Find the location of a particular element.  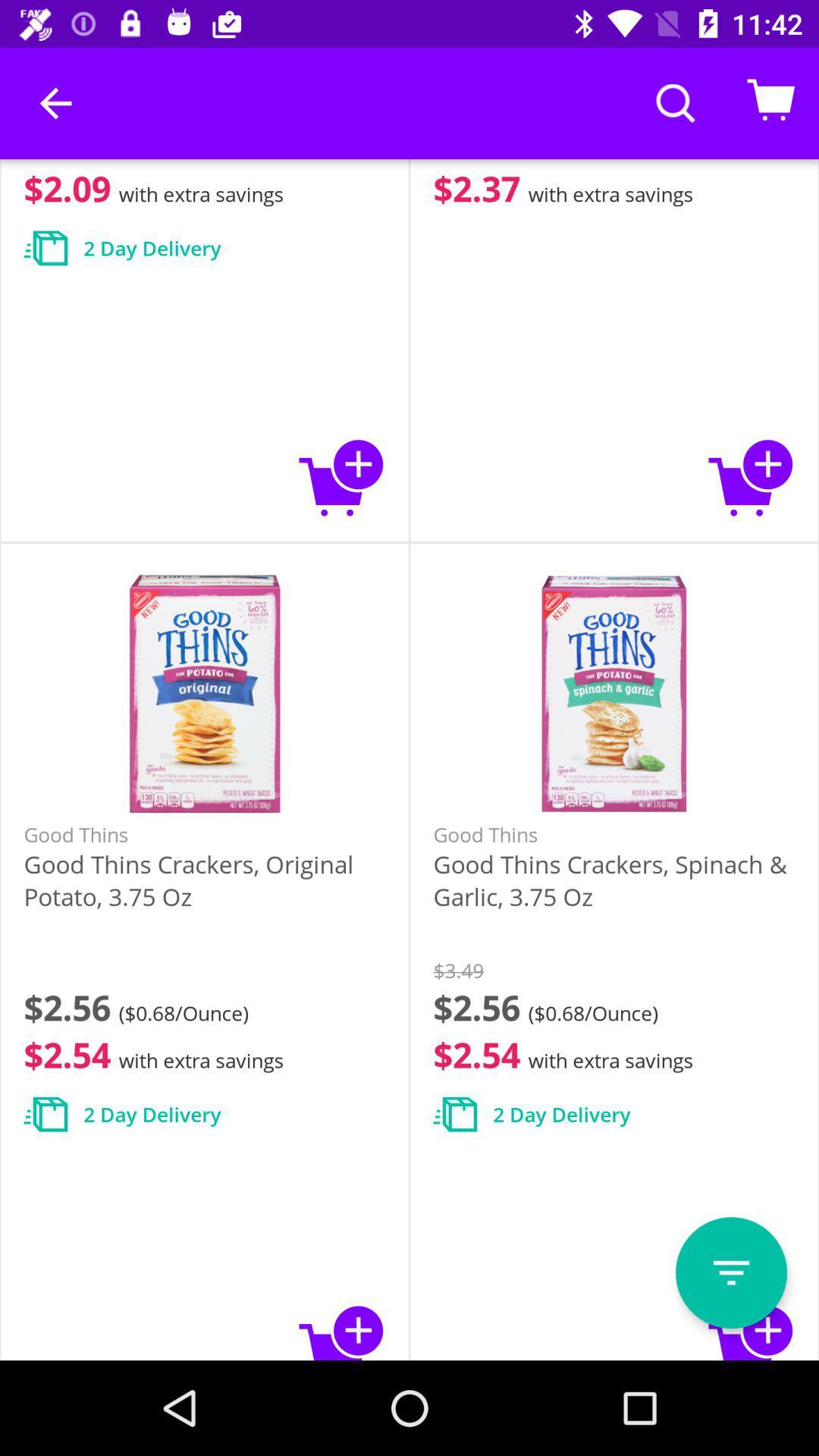

the filter_list icon is located at coordinates (730, 1272).